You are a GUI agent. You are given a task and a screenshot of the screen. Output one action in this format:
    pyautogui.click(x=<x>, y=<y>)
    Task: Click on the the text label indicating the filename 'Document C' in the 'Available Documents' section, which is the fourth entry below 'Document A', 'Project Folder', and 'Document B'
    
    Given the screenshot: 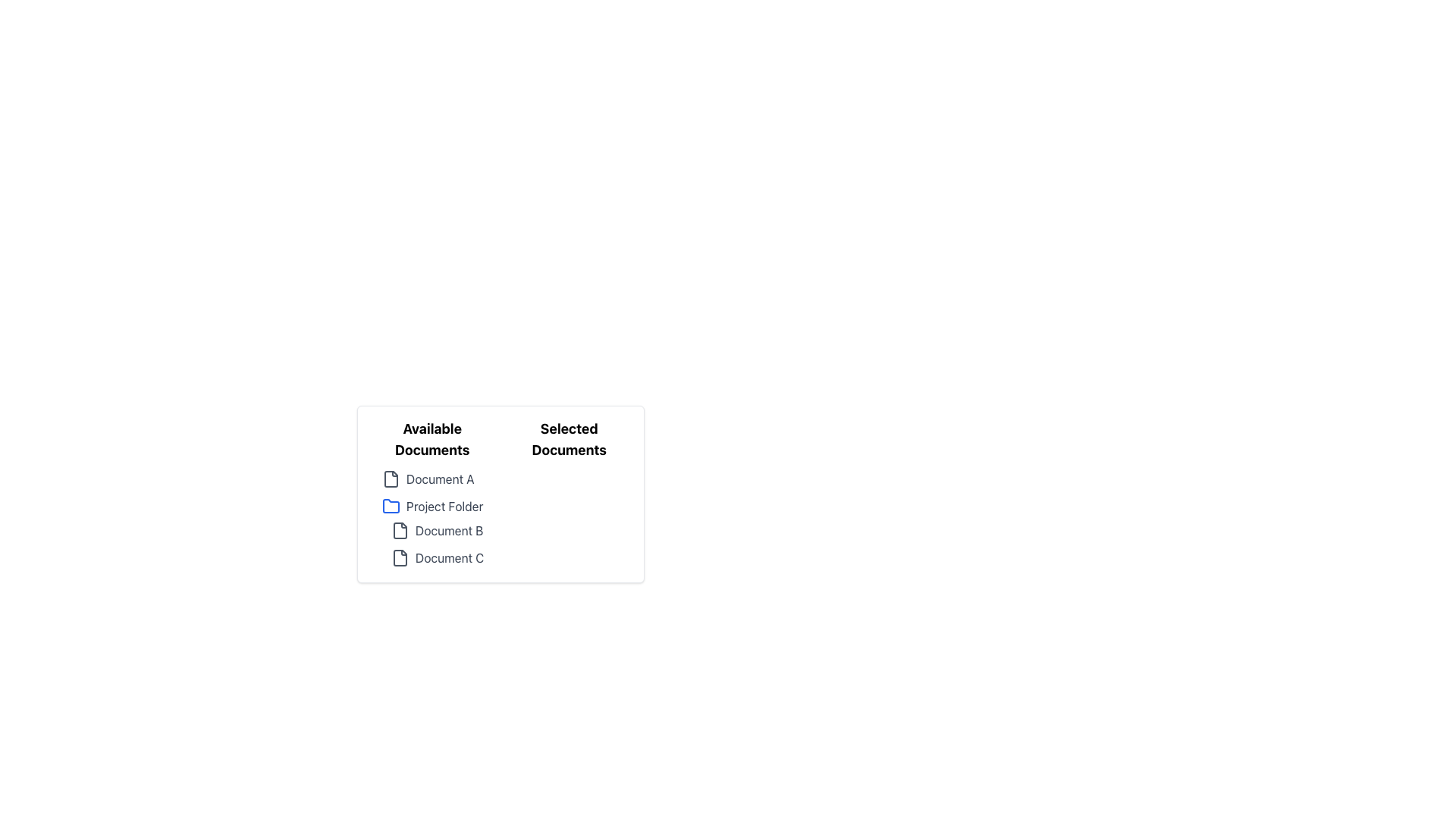 What is the action you would take?
    pyautogui.click(x=449, y=558)
    